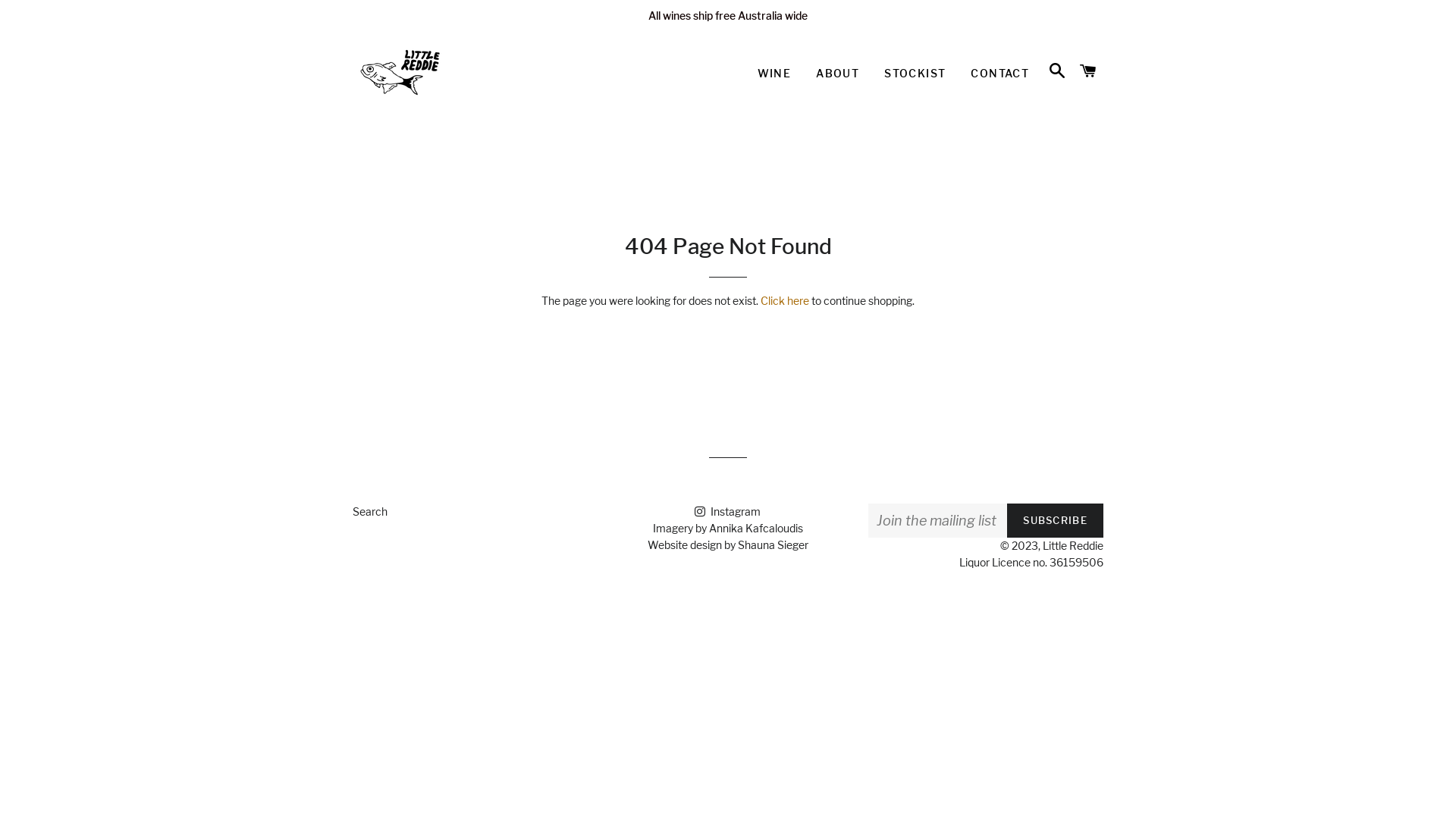  I want to click on 'ABOUT', so click(836, 73).